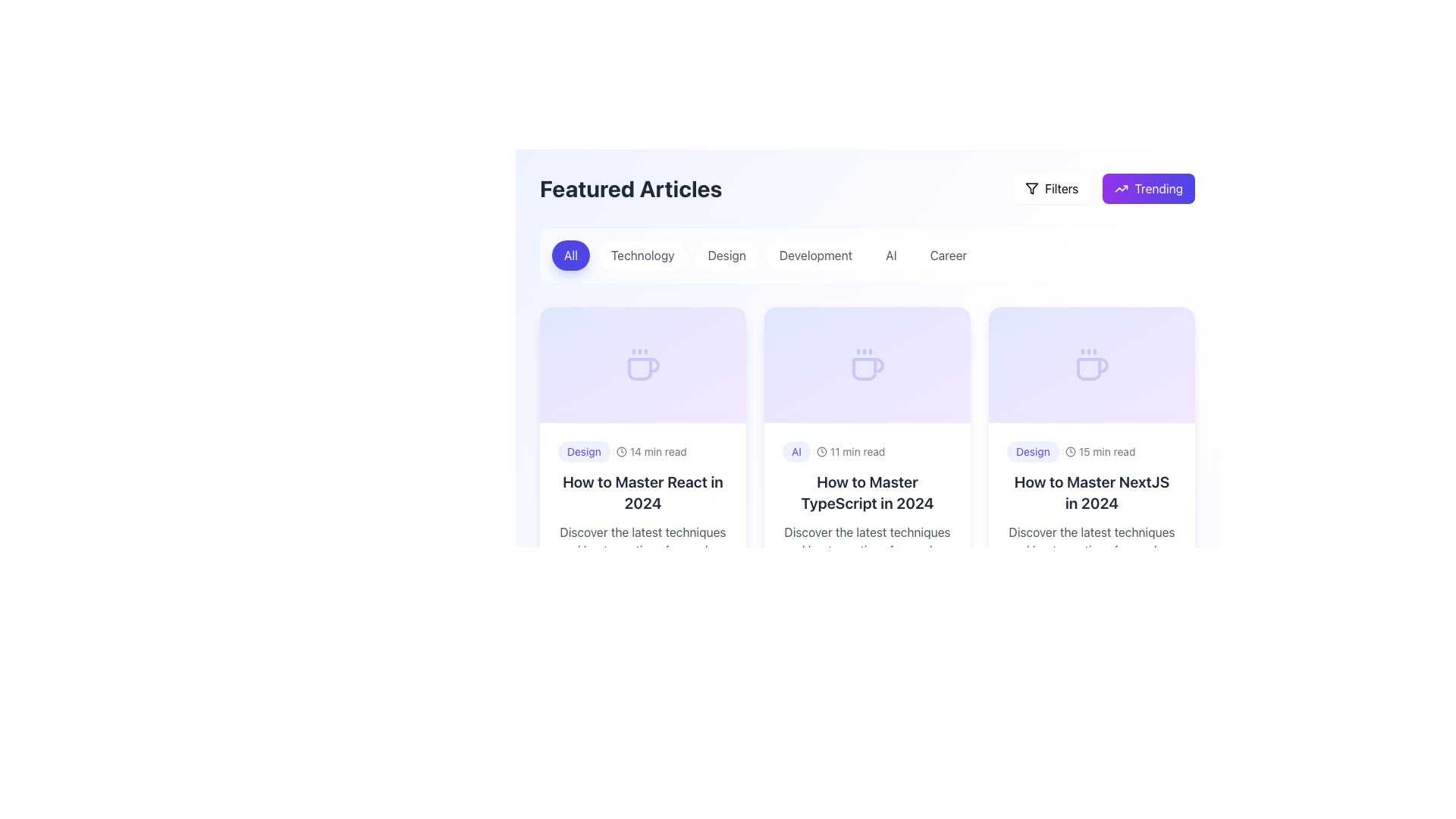 This screenshot has width=1456, height=819. I want to click on the upward trend icon located to the left of the 'Trending' text in the rounded rectangular button at the top-right corner for sorting or filtering, so click(1121, 188).